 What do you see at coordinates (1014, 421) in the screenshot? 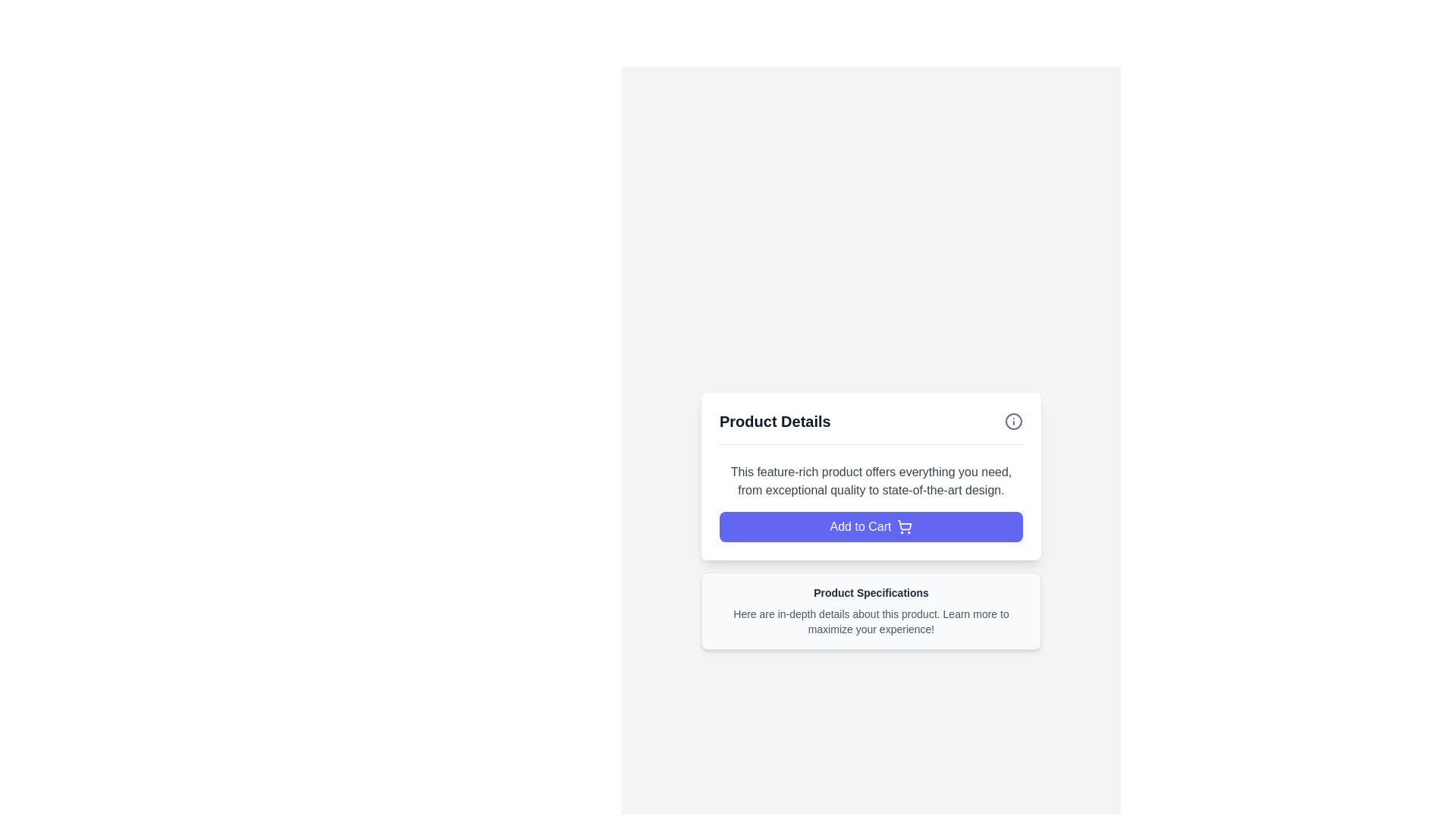
I see `the circular information icon with an 'i' symbol located to the far right of the 'Product Details' heading` at bounding box center [1014, 421].